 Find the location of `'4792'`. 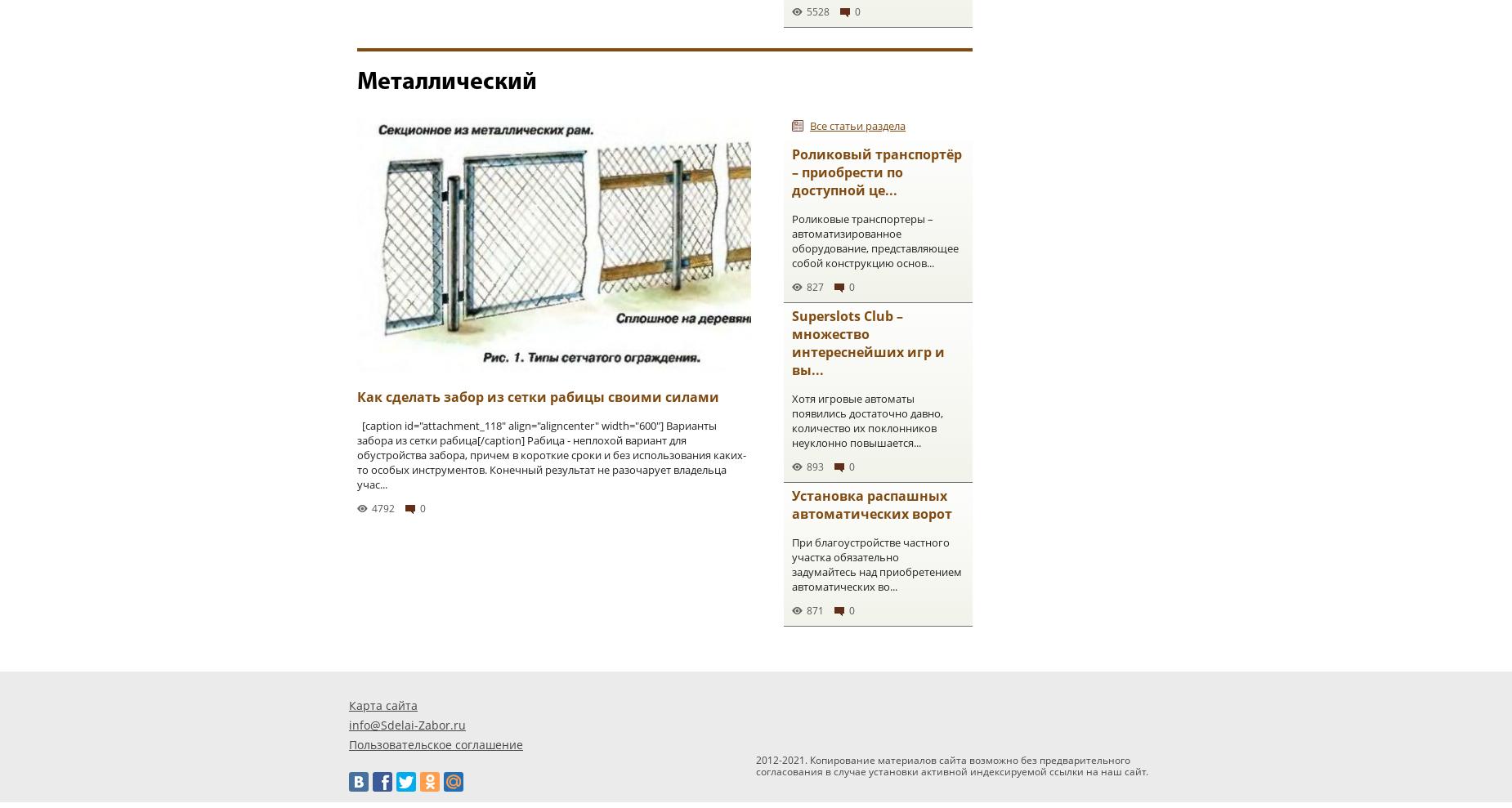

'4792' is located at coordinates (370, 508).